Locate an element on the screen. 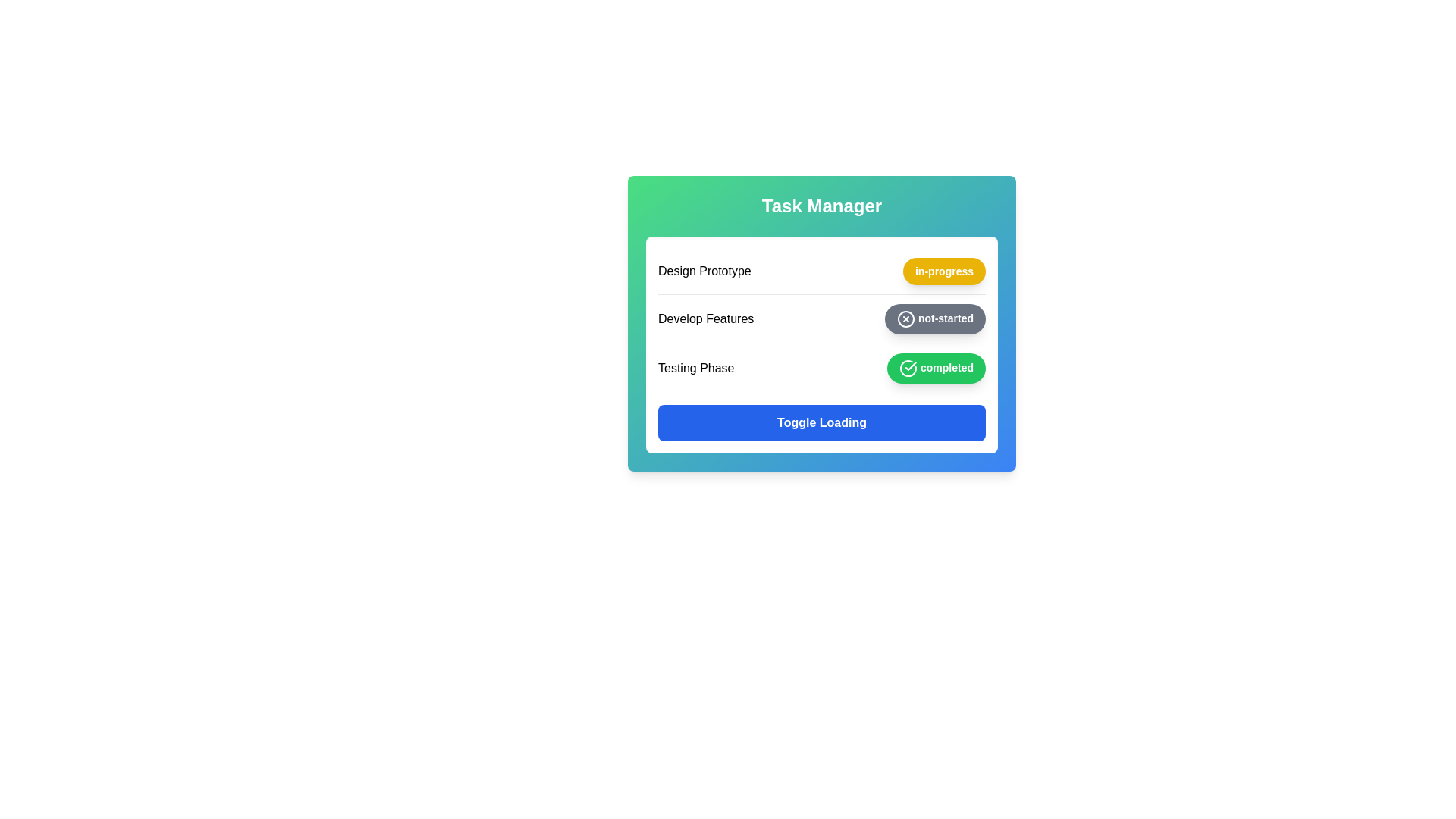  the text label that indicates the name or description of a specific task, located within the 'Task Manager' interface and to the left of the 'in-progress' element is located at coordinates (704, 271).